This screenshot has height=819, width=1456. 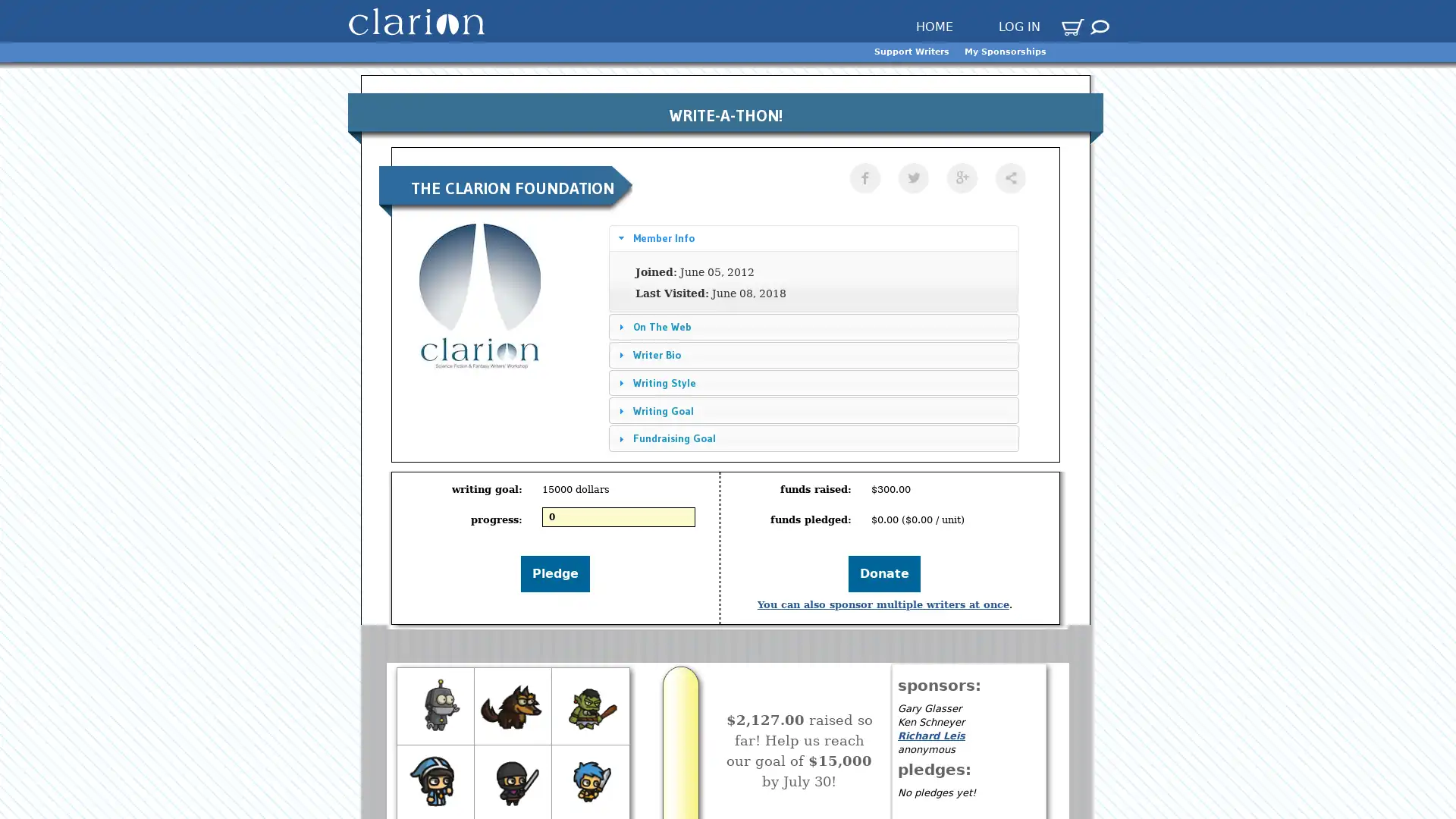 What do you see at coordinates (884, 573) in the screenshot?
I see `Donate` at bounding box center [884, 573].